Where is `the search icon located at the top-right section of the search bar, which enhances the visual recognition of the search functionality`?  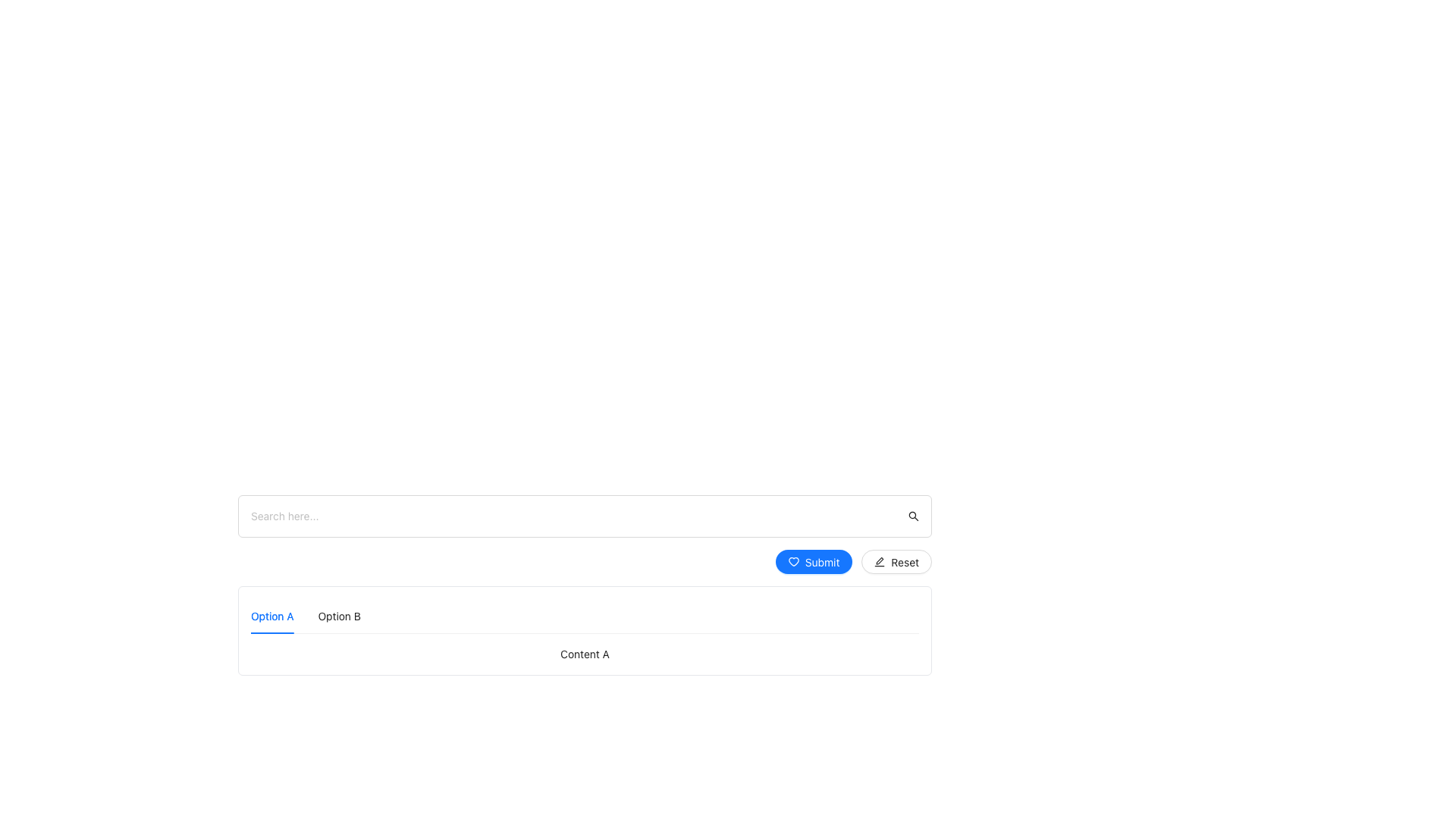
the search icon located at the top-right section of the search bar, which enhances the visual recognition of the search functionality is located at coordinates (912, 516).